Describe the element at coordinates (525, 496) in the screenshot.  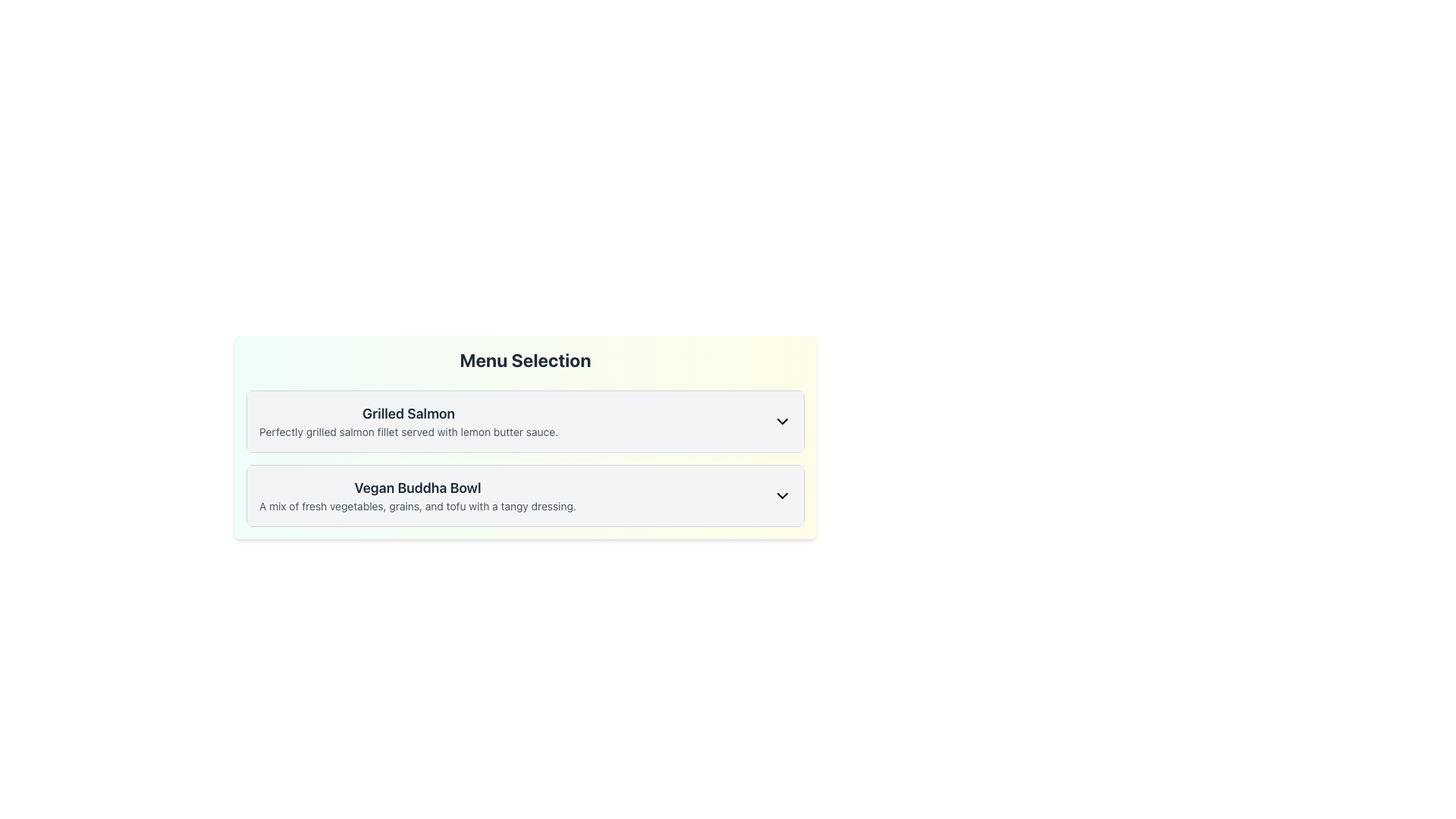
I see `to select the 'Vegan Buddha Bowl' menu item, which is the second option in the vertical selection menu under 'Menu Selection'` at that location.